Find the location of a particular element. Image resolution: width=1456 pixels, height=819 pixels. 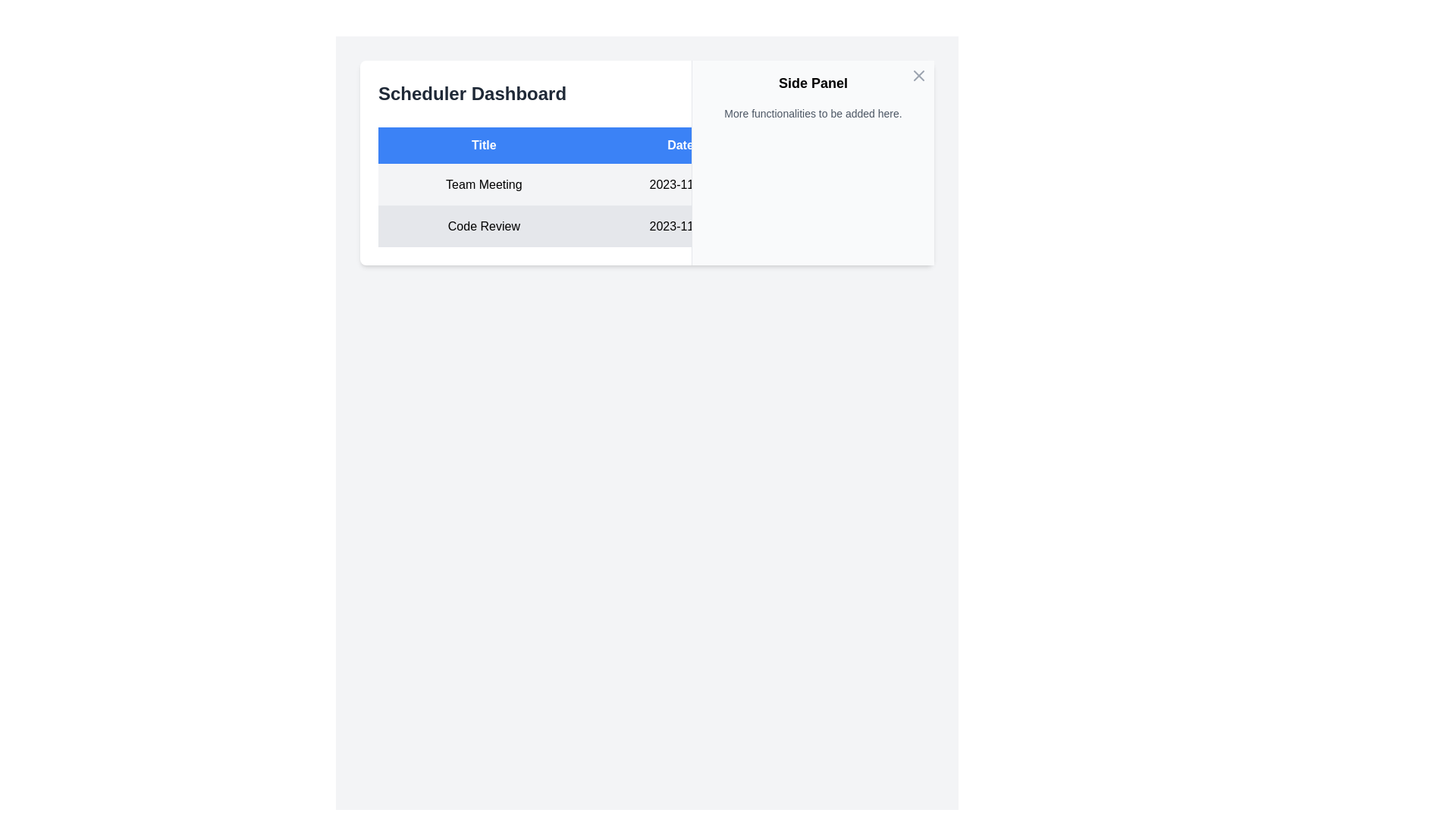

the close button (styled with a gray 'X' icon) located in the top-right corner of the side panel is located at coordinates (918, 76).